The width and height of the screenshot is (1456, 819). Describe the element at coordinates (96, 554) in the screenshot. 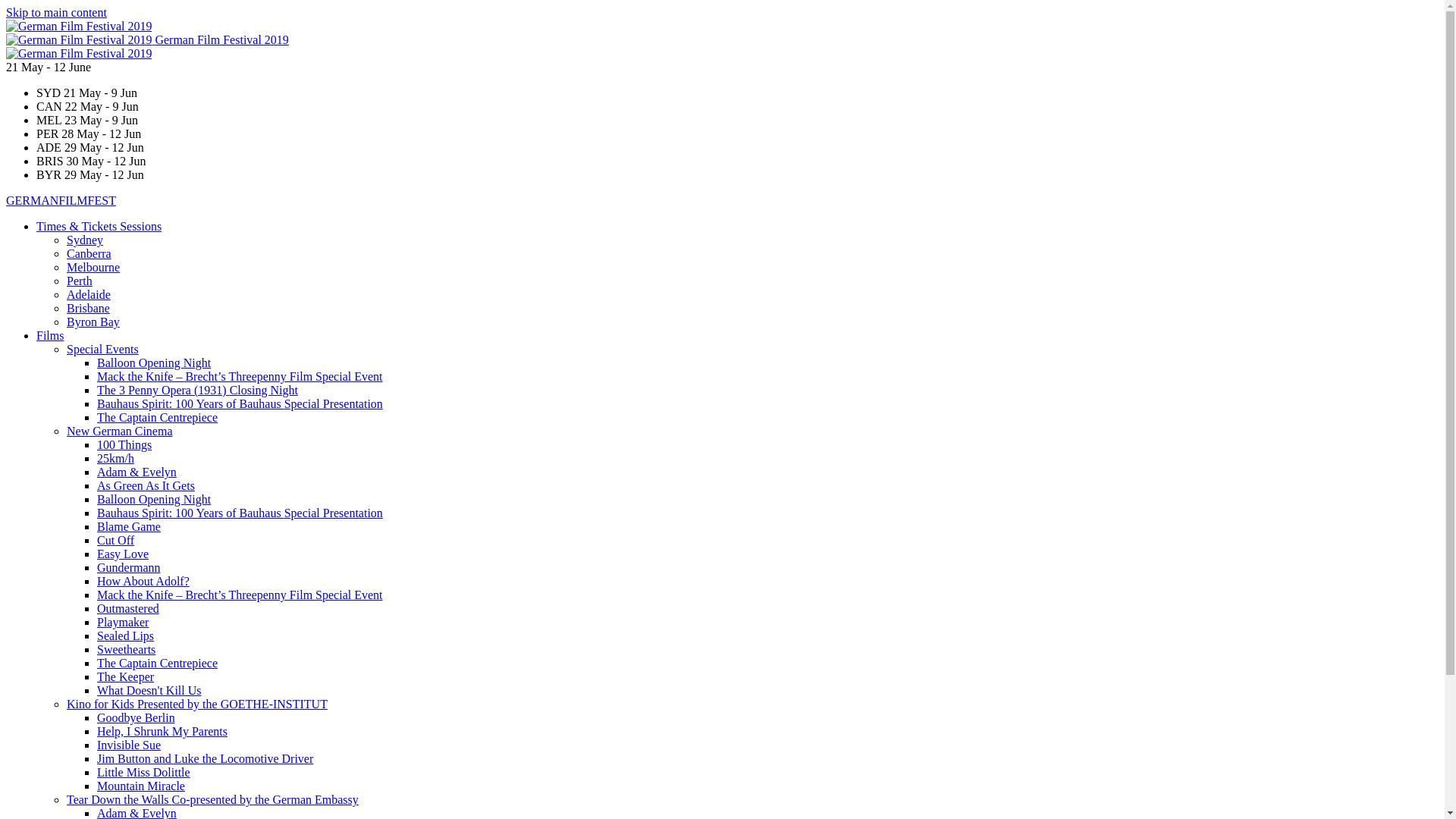

I see `'Easy Love'` at that location.